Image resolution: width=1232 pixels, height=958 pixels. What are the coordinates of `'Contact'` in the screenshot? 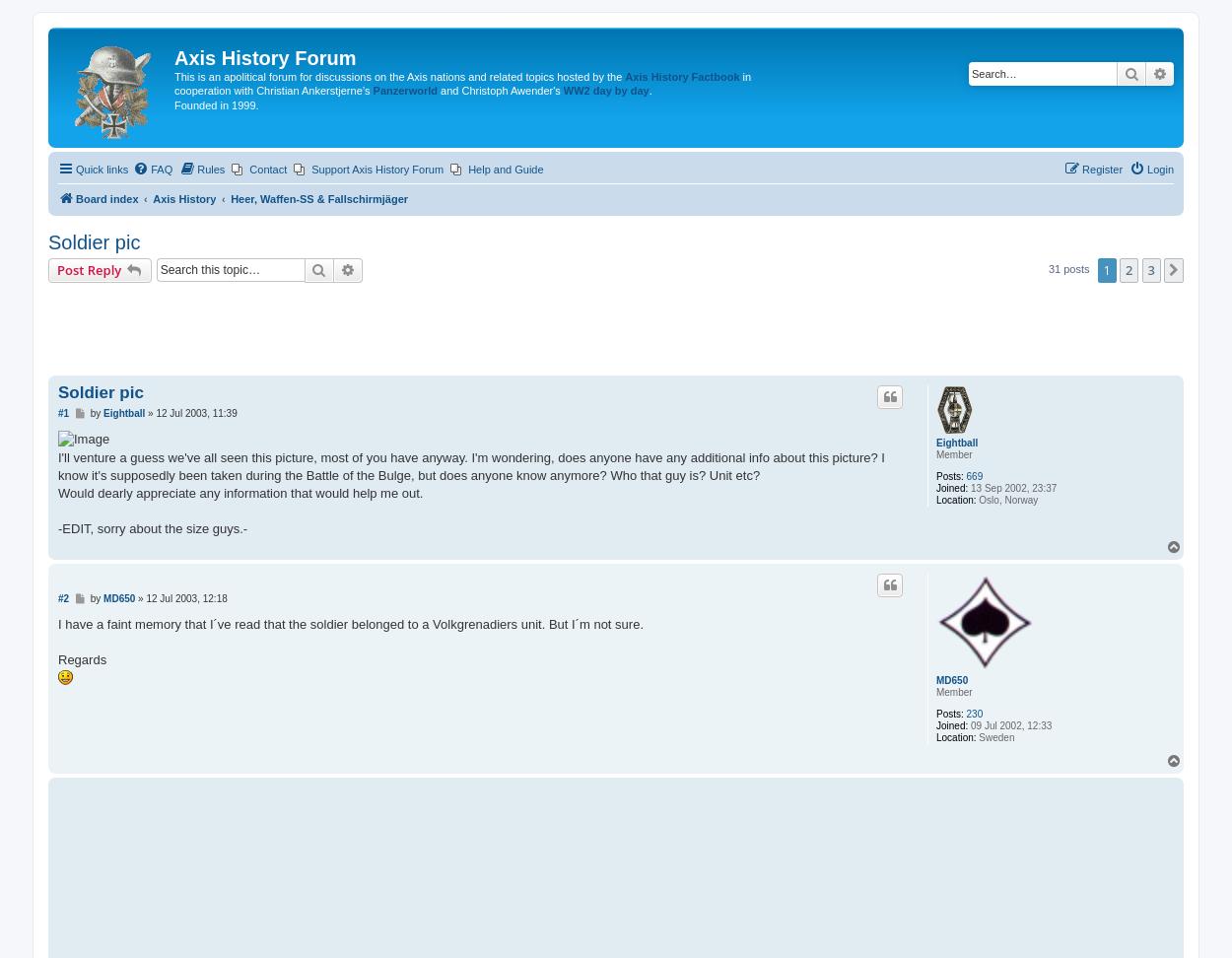 It's located at (268, 170).